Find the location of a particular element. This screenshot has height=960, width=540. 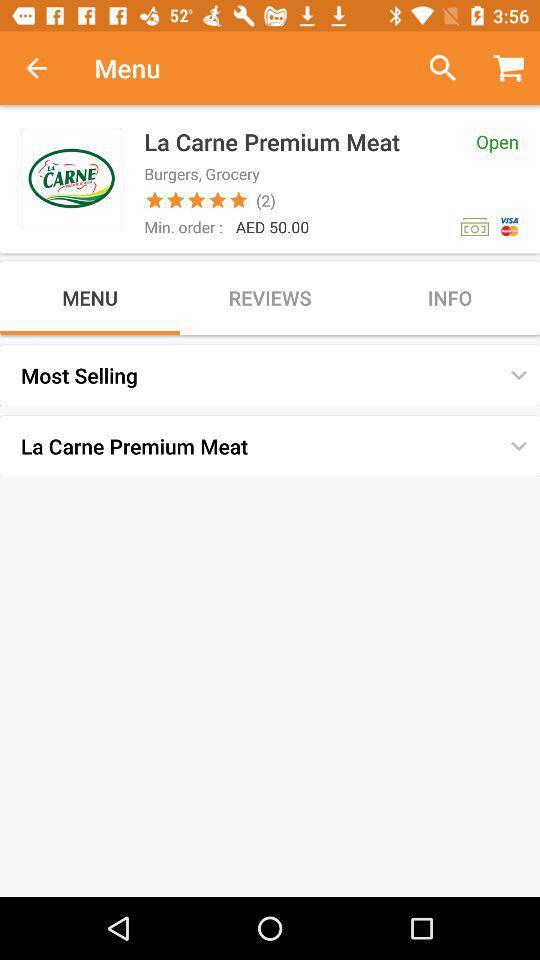

icon to the left of the menu icon is located at coordinates (47, 68).